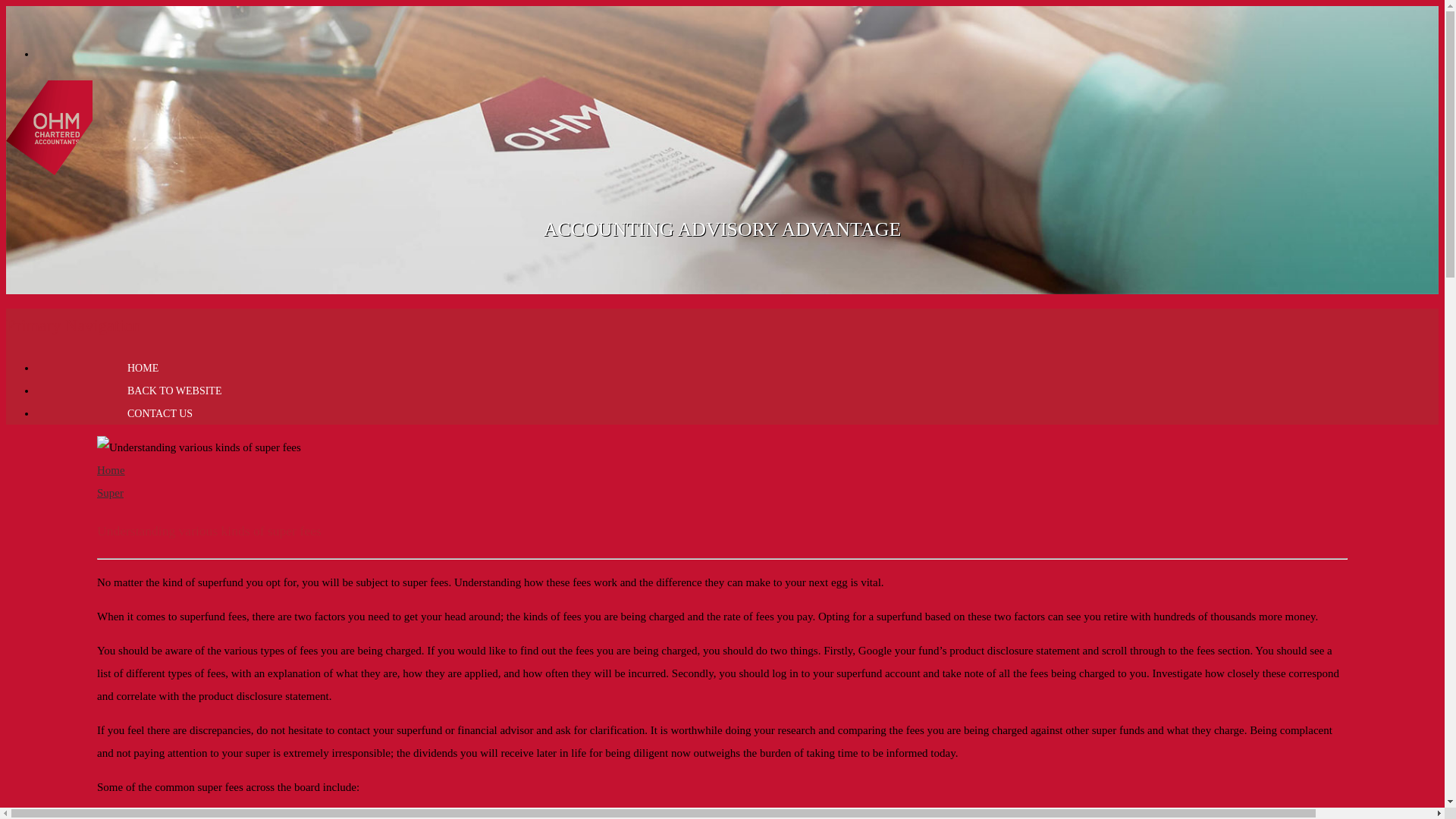 This screenshot has width=1456, height=819. Describe the element at coordinates (49, 167) in the screenshot. I see `'Articles'` at that location.